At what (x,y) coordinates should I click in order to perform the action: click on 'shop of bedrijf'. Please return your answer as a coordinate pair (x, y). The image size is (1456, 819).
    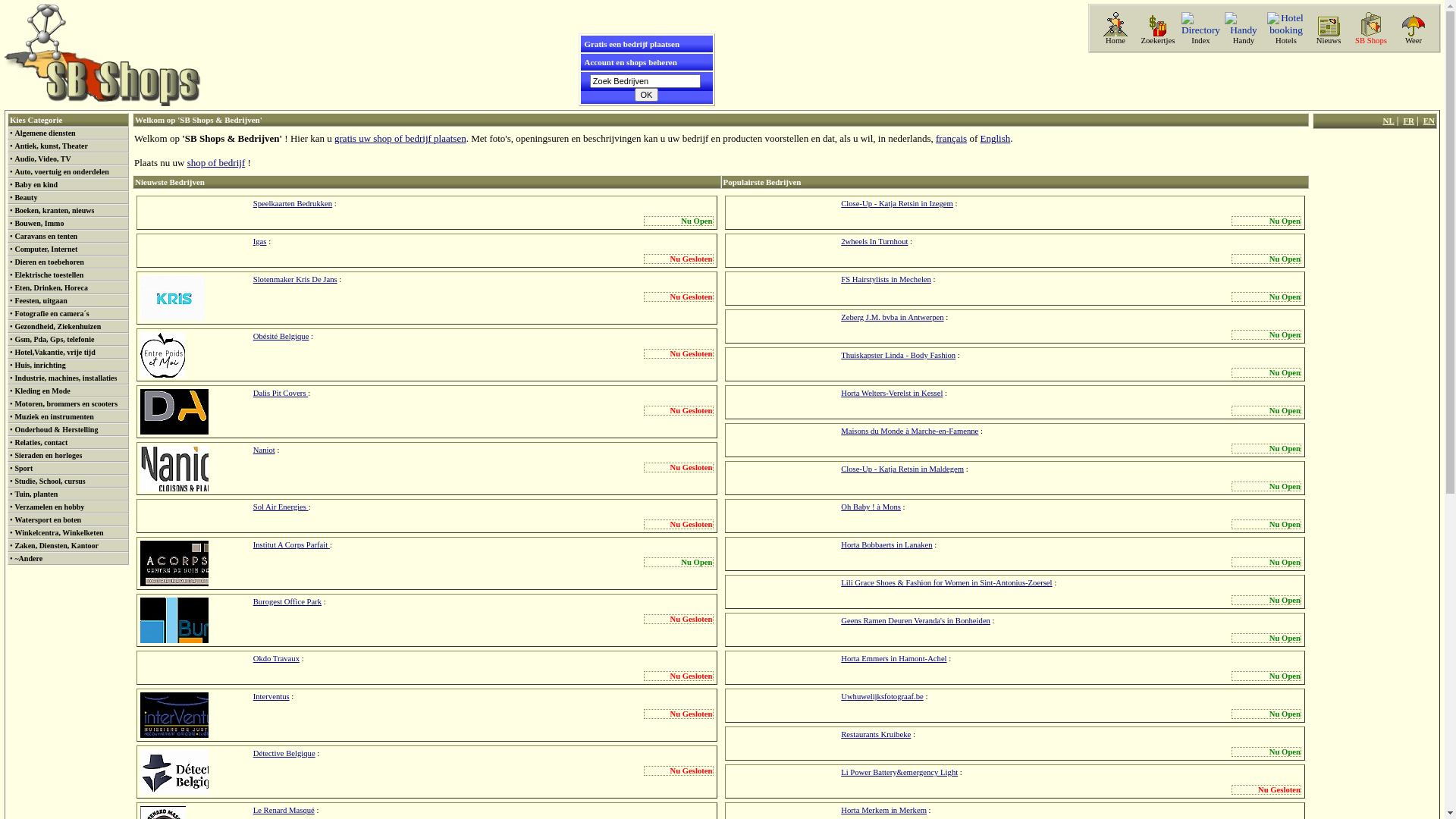
    Looking at the image, I should click on (215, 162).